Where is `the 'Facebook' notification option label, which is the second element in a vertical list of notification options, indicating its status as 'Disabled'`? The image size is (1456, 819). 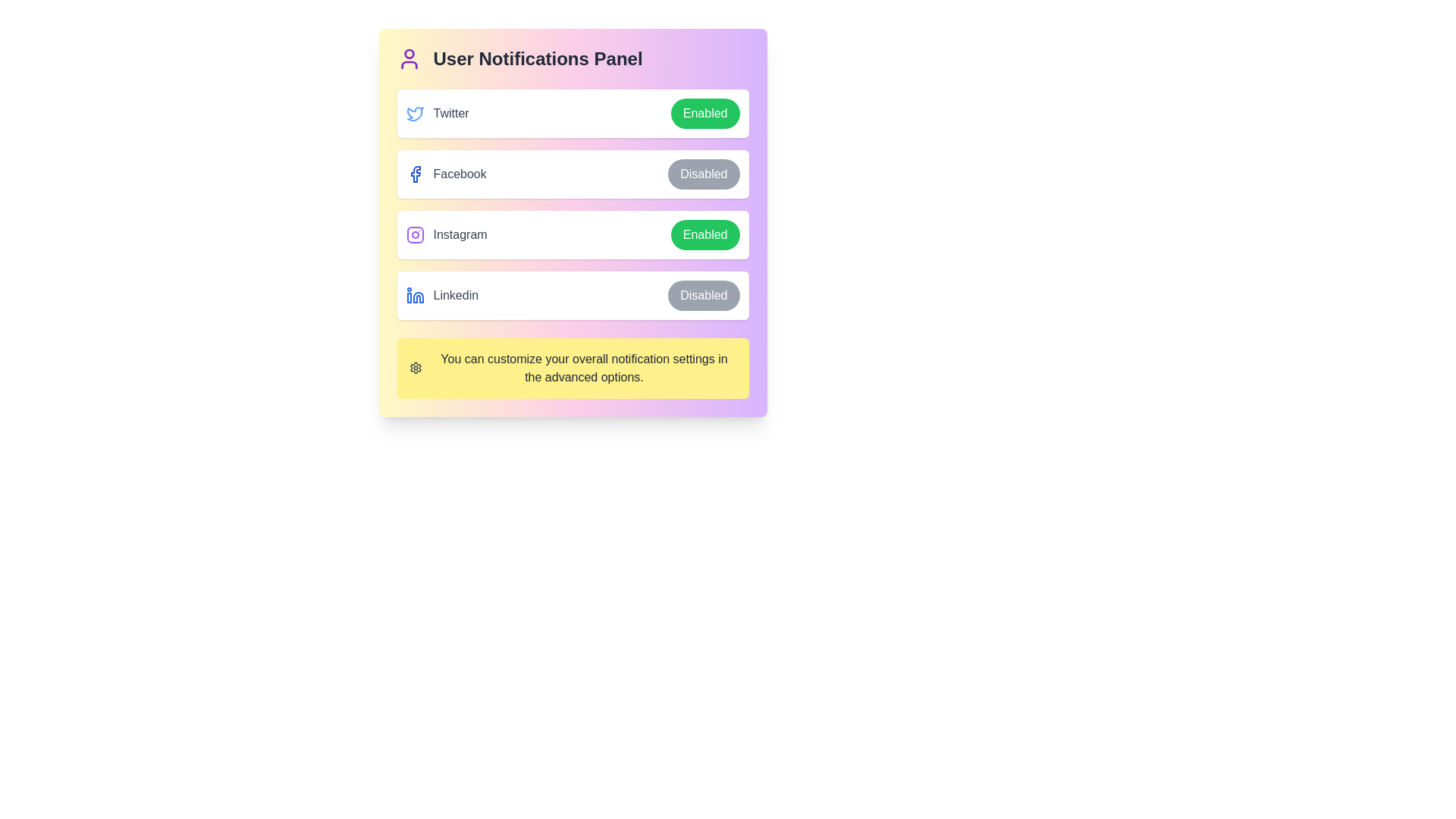
the 'Facebook' notification option label, which is the second element in a vertical list of notification options, indicating its status as 'Disabled' is located at coordinates (445, 174).